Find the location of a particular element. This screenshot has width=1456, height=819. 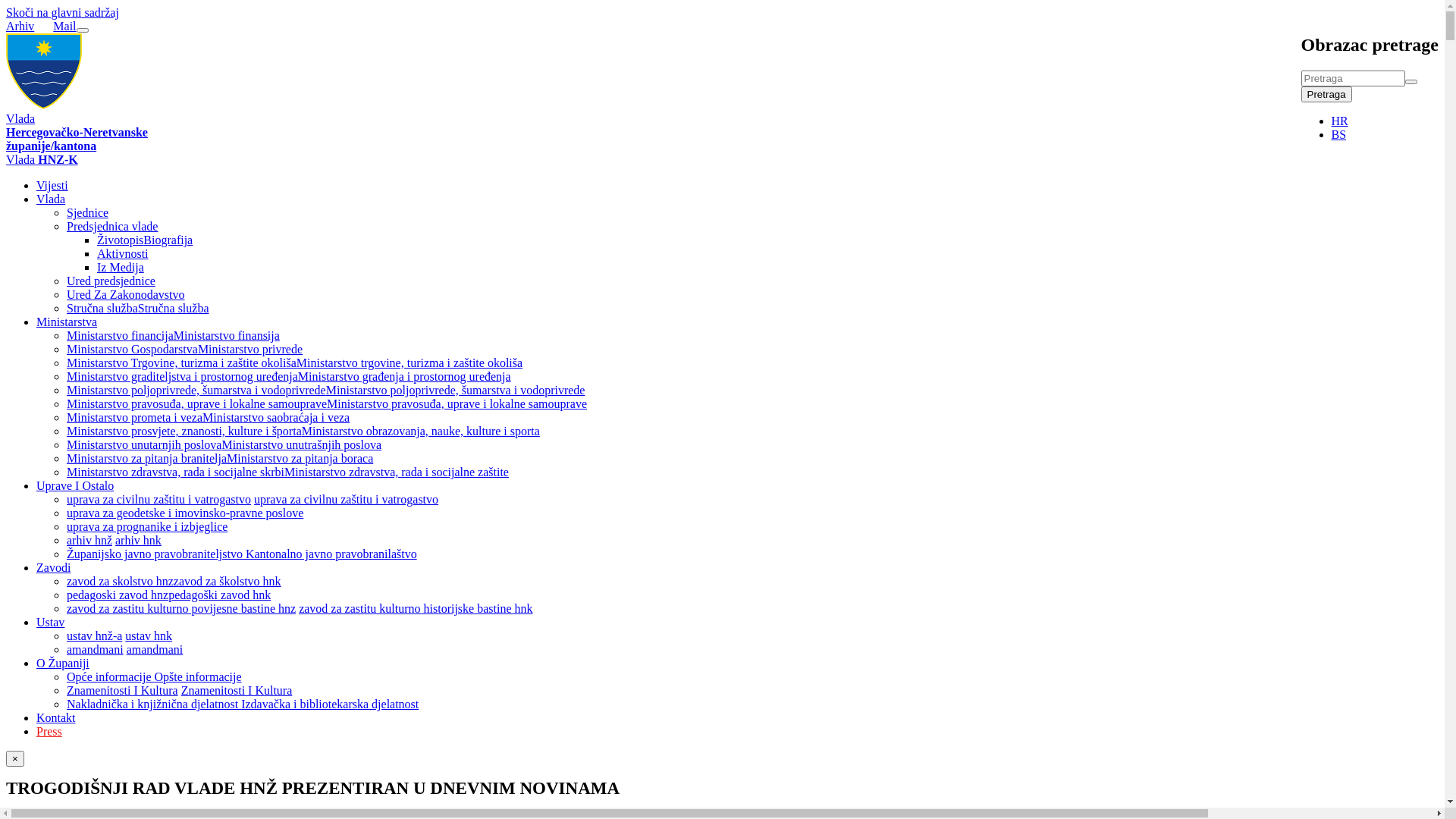

'Ustav' is located at coordinates (50, 622).